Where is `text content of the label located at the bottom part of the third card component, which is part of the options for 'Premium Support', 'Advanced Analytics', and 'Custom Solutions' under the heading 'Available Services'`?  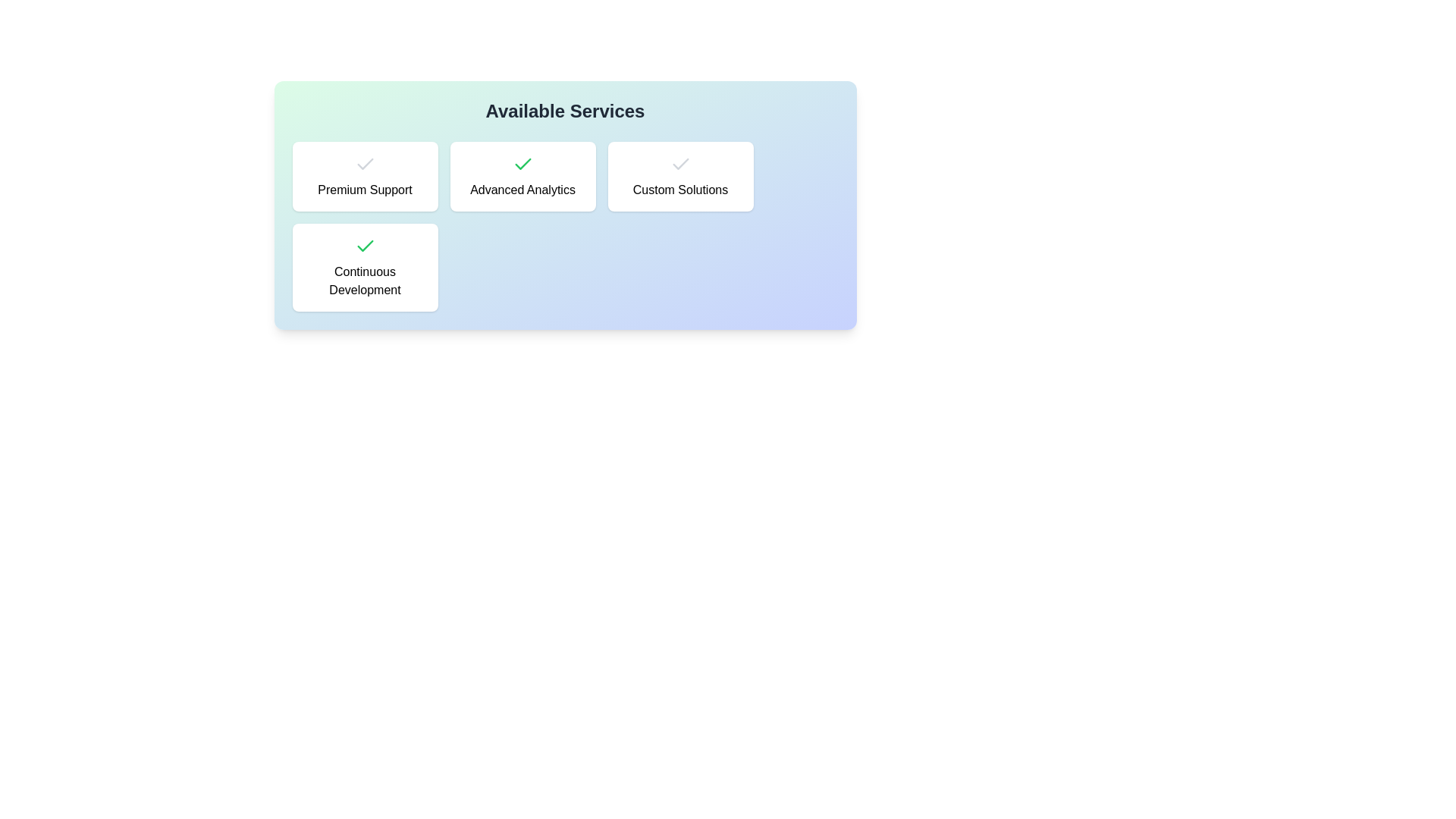 text content of the label located at the bottom part of the third card component, which is part of the options for 'Premium Support', 'Advanced Analytics', and 'Custom Solutions' under the heading 'Available Services' is located at coordinates (679, 189).